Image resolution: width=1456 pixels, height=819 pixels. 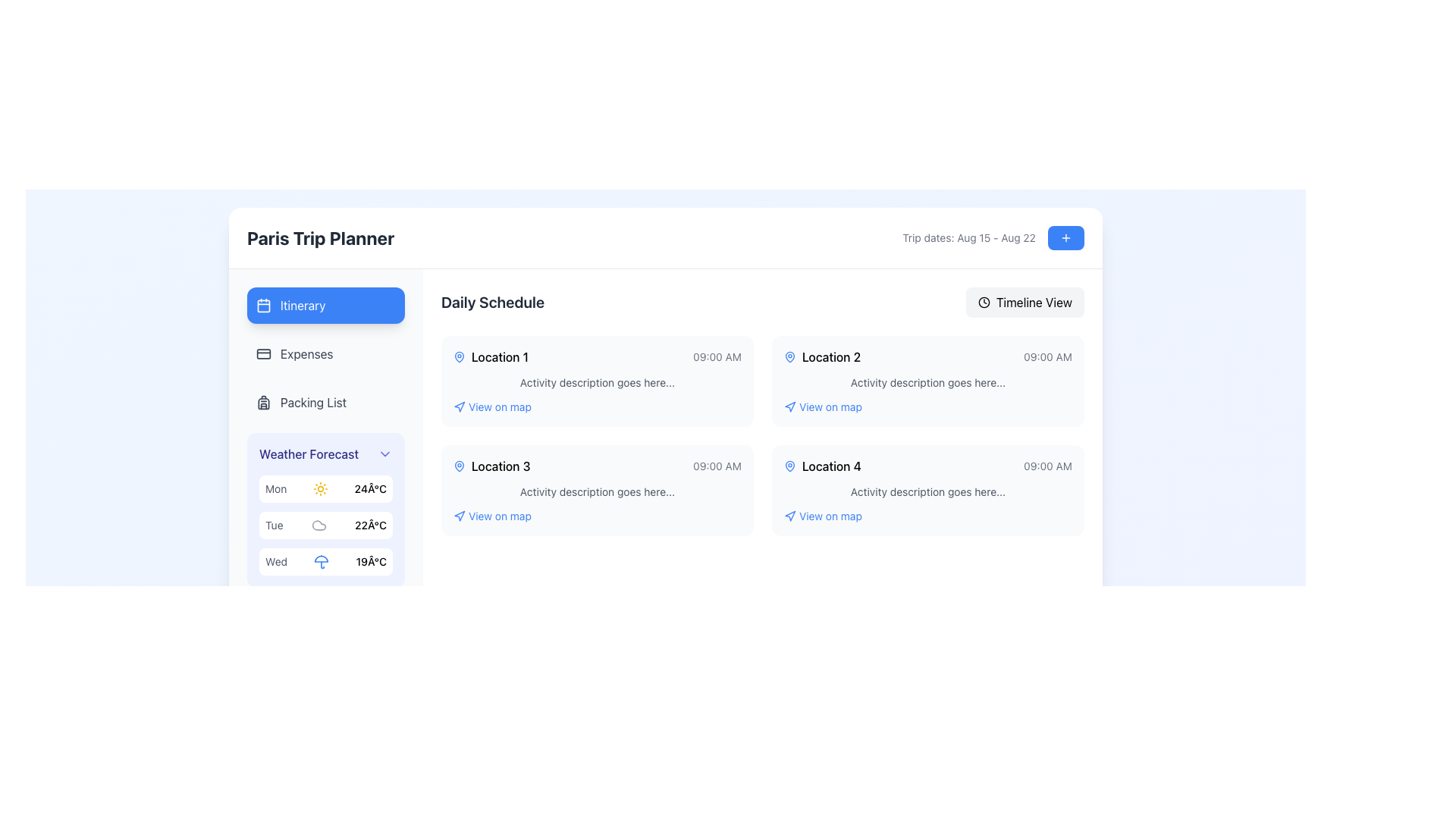 I want to click on the first informational card located in the top left of the Daily Schedule section of the interface, so click(x=596, y=380).